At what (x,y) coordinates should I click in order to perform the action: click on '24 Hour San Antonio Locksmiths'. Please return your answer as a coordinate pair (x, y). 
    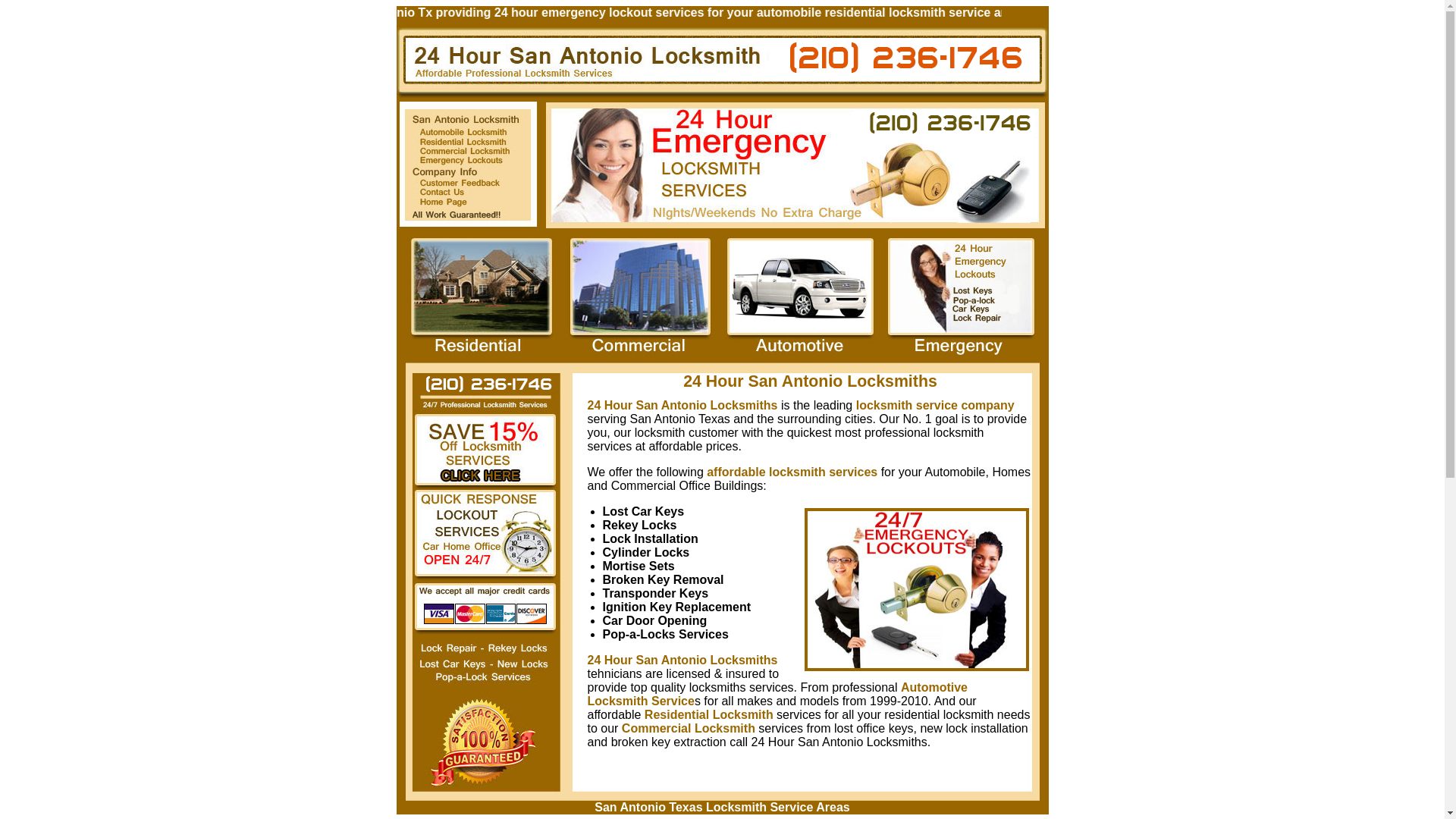
    Looking at the image, I should click on (681, 659).